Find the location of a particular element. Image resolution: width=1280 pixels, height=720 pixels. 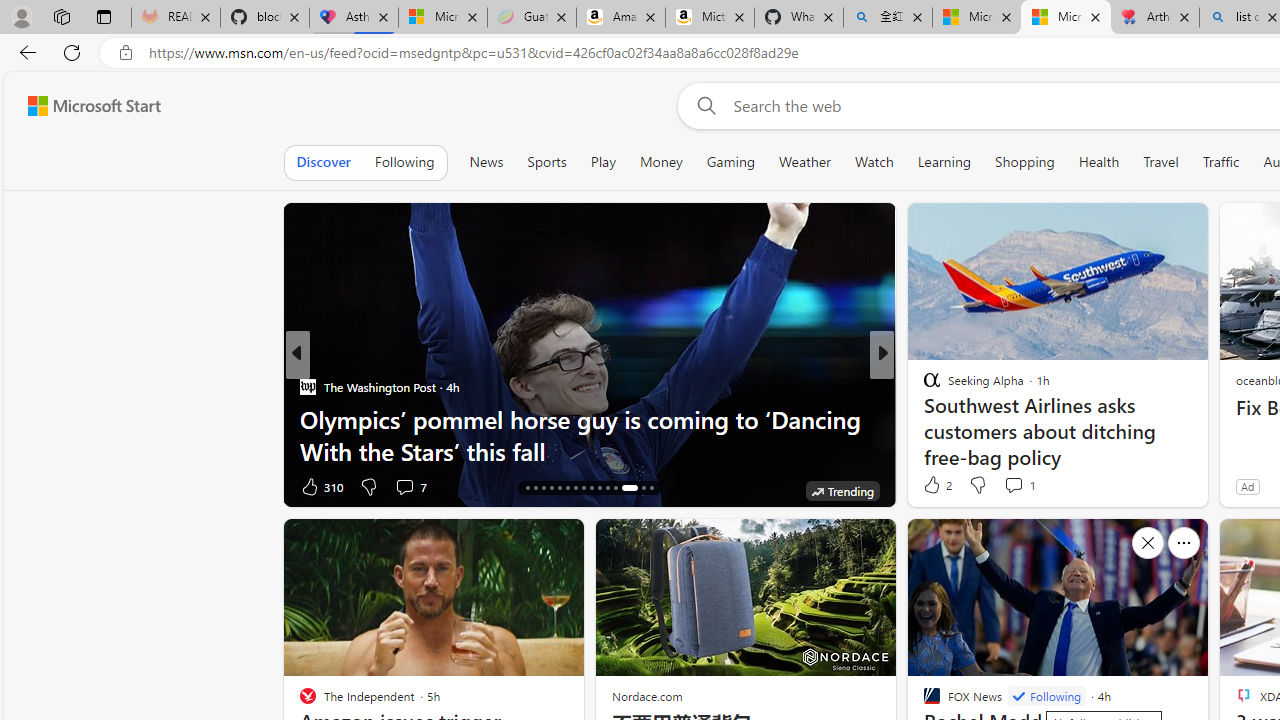

'View comments 1 Comment' is located at coordinates (1013, 485).